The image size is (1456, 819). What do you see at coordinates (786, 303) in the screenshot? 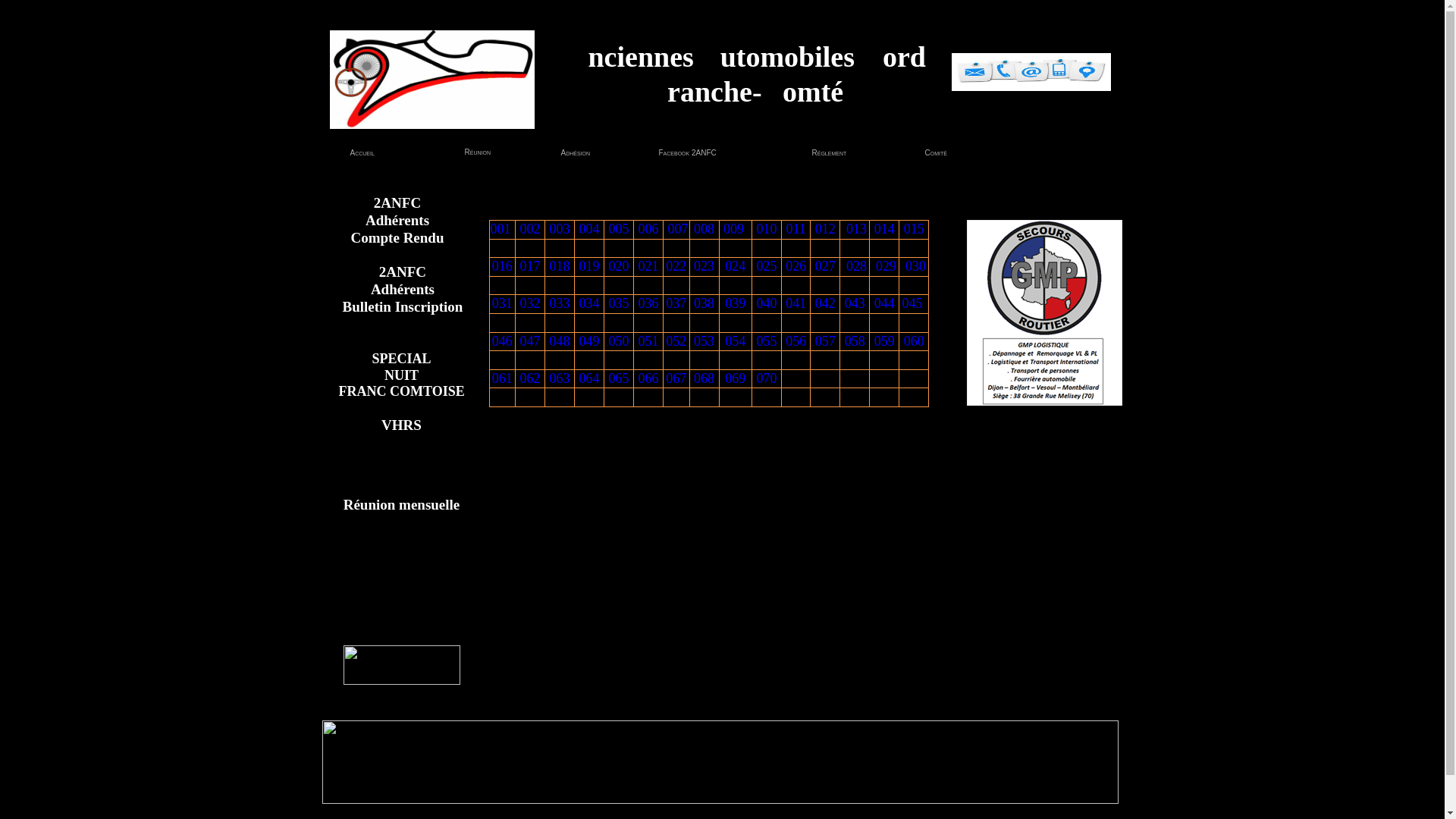
I see `'041'` at bounding box center [786, 303].